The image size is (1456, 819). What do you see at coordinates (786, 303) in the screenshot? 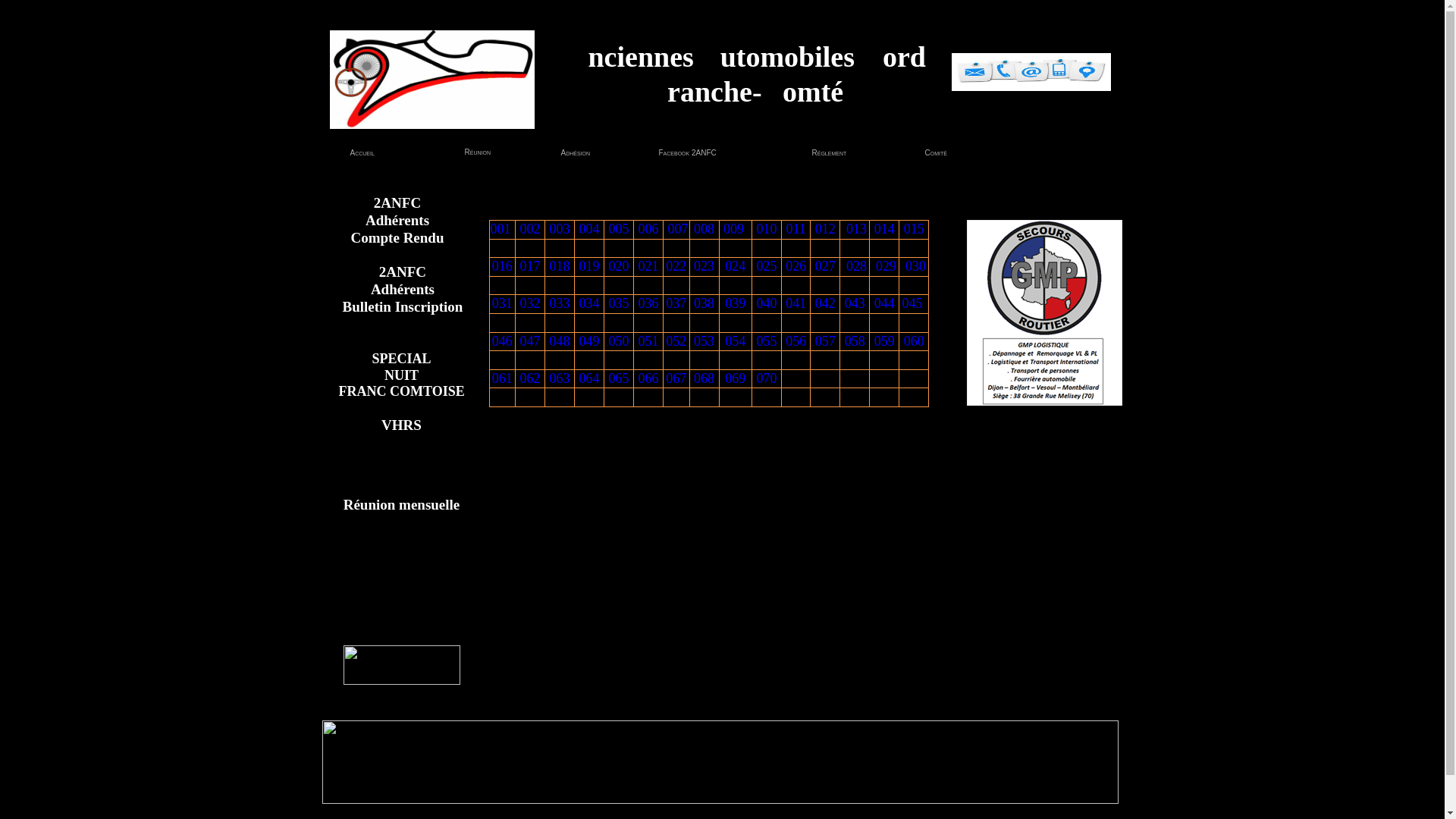
I see `'041'` at bounding box center [786, 303].